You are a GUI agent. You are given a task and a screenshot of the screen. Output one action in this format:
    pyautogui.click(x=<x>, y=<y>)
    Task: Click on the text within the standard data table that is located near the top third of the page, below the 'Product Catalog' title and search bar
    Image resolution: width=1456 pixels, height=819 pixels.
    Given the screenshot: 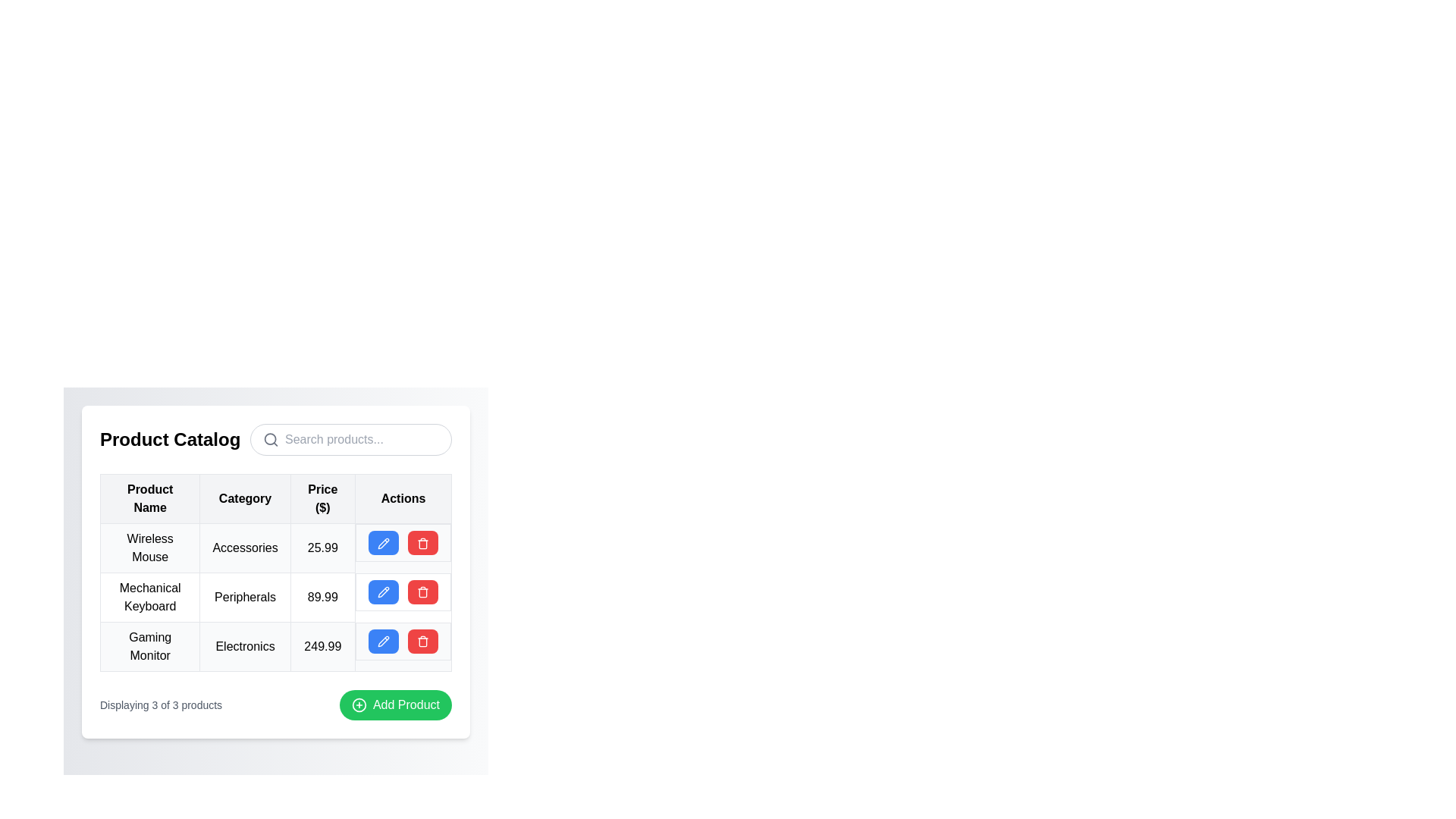 What is the action you would take?
    pyautogui.click(x=276, y=571)
    